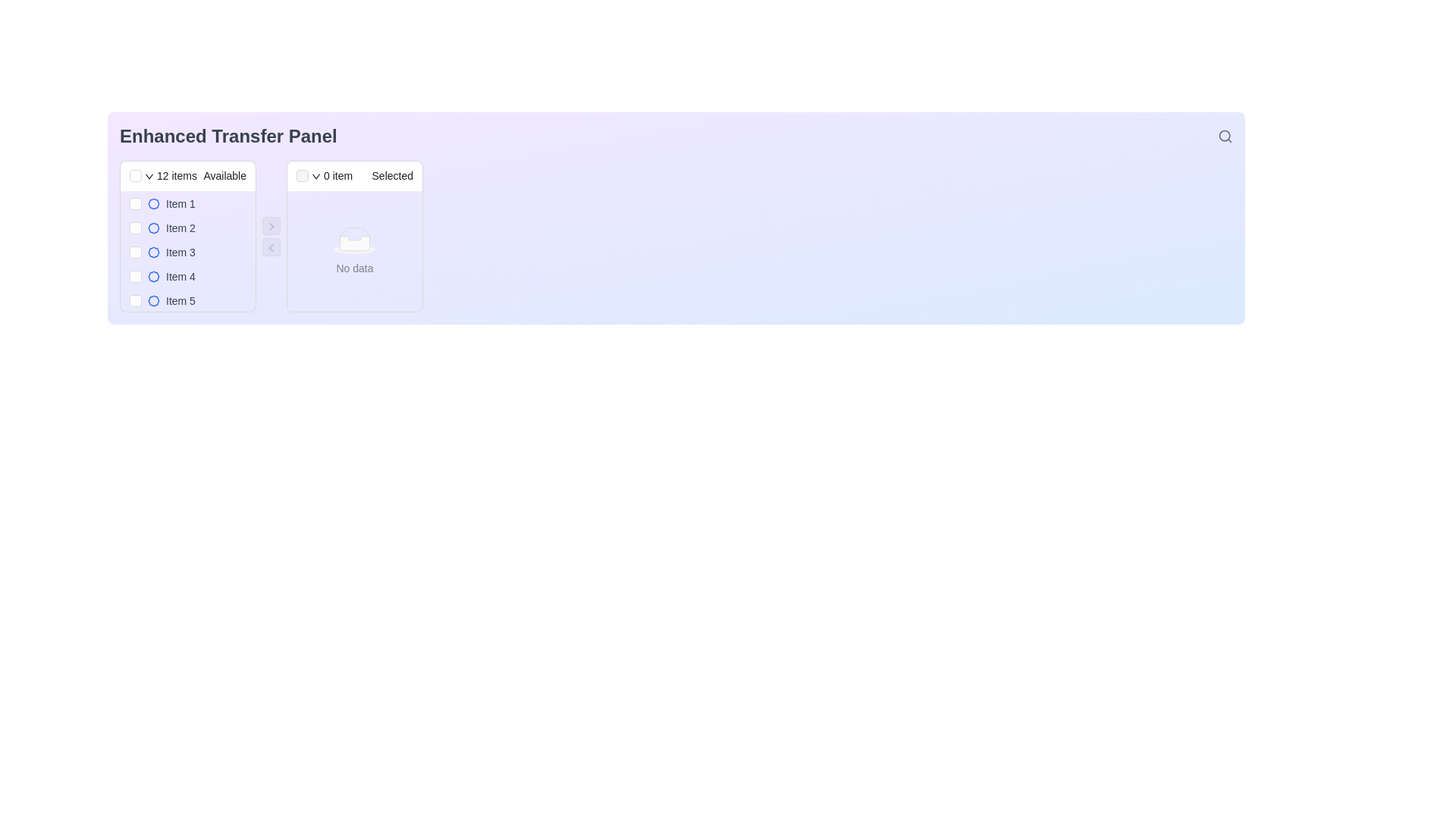 Image resolution: width=1456 pixels, height=819 pixels. What do you see at coordinates (153, 203) in the screenshot?
I see `the visual styling of the icon located to the left of the text label 'Item 1' in the first item of a vertically aligned list under the label '12 items Available'` at bounding box center [153, 203].